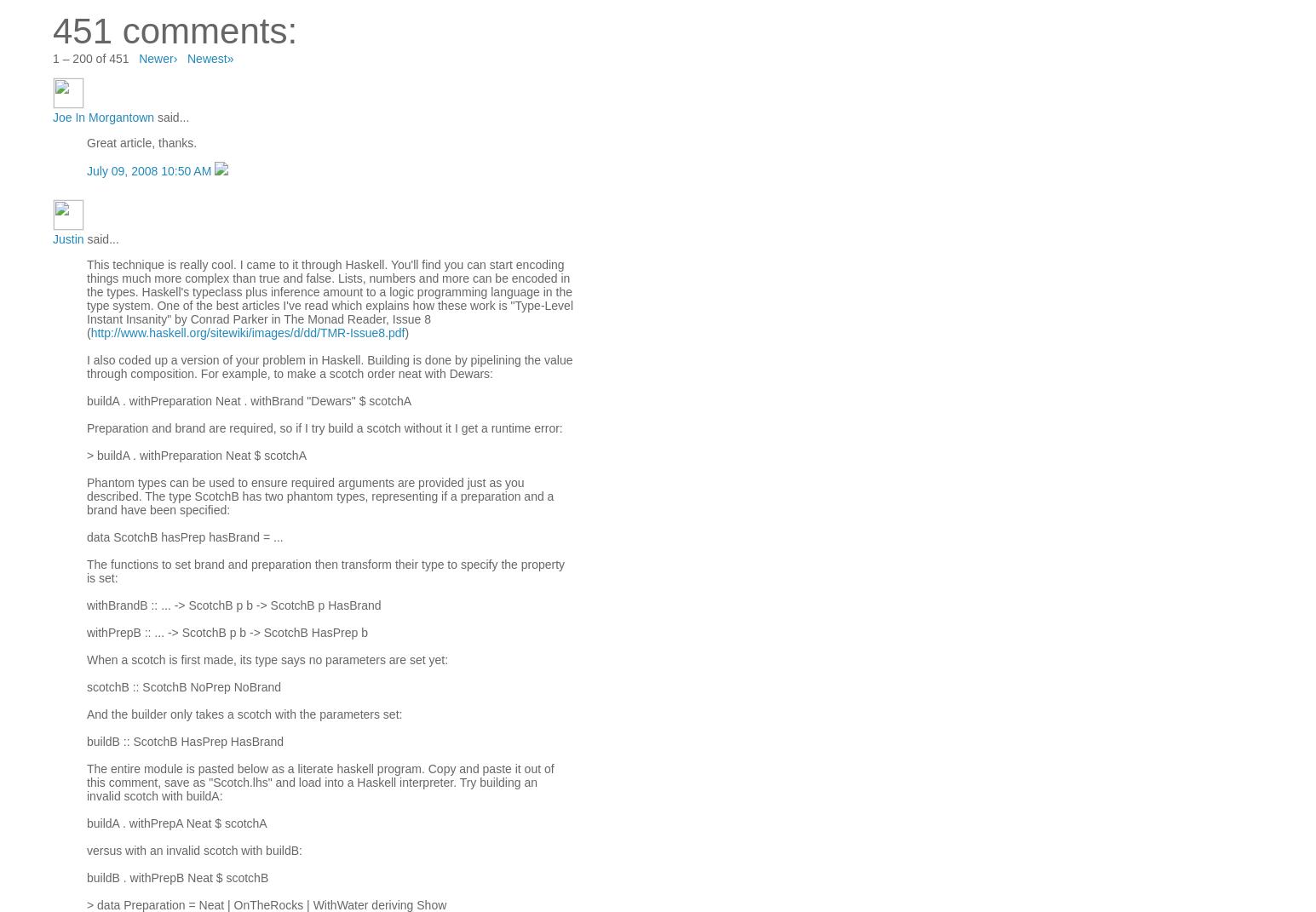  Describe the element at coordinates (141, 142) in the screenshot. I see `'Great article, thanks.'` at that location.